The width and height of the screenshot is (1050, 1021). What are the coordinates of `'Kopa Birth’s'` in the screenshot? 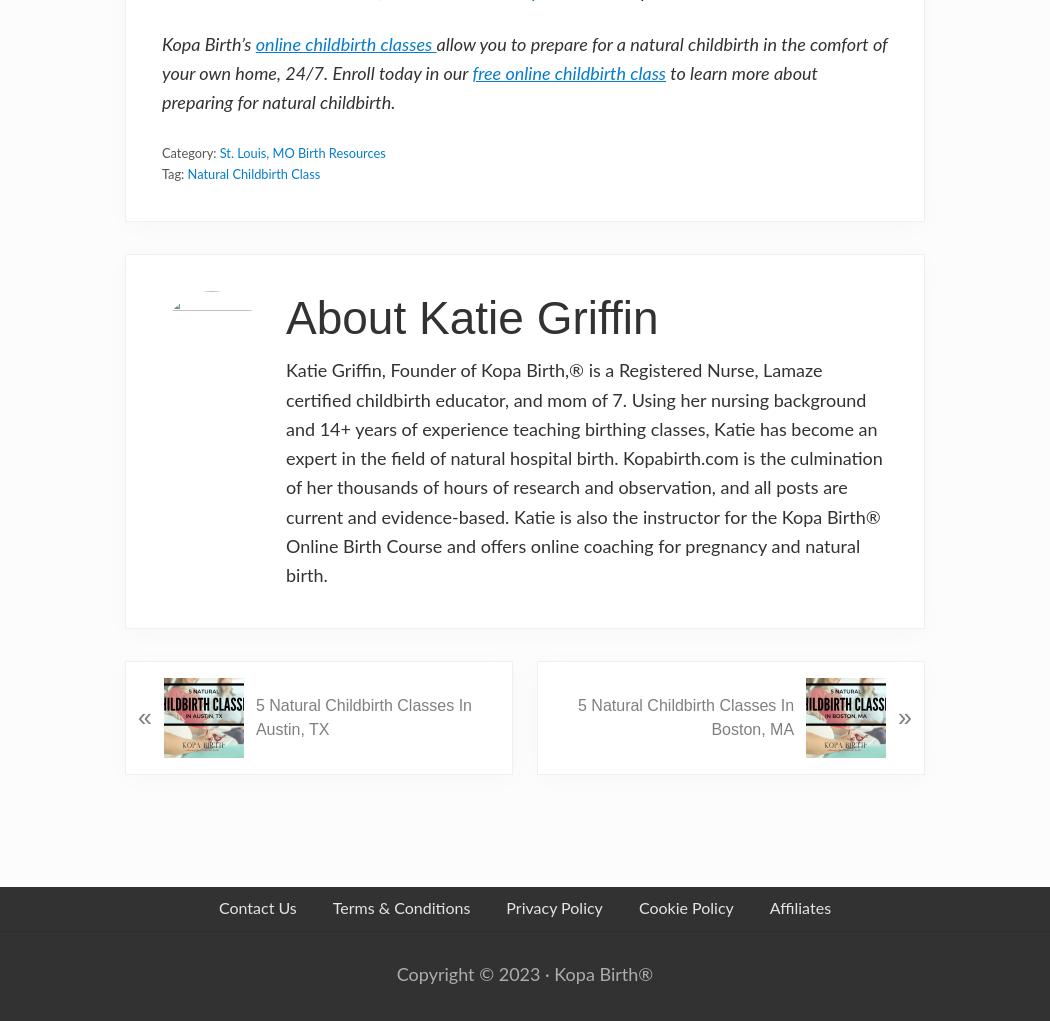 It's located at (162, 45).